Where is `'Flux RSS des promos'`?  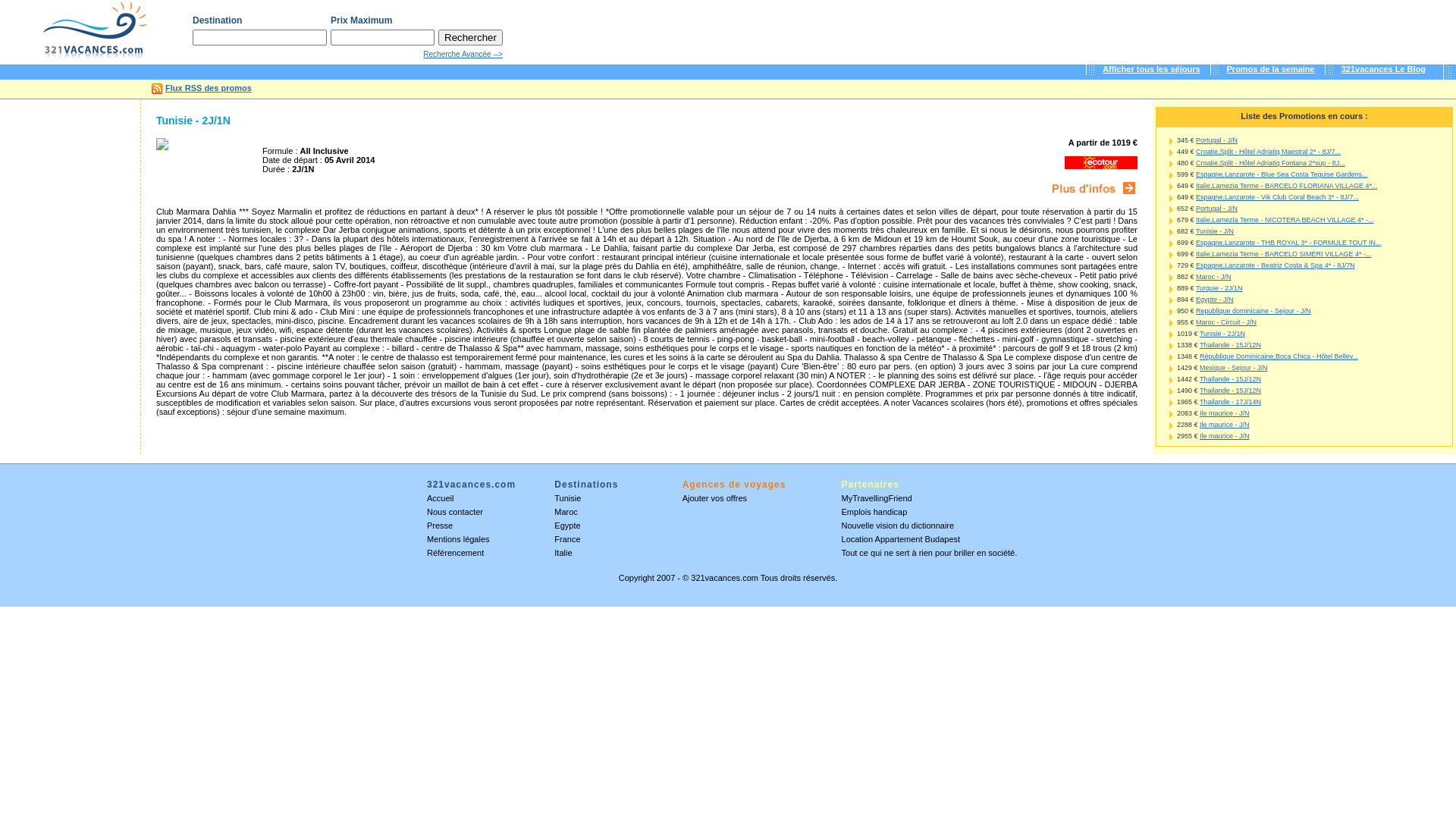 'Flux RSS des promos' is located at coordinates (207, 87).